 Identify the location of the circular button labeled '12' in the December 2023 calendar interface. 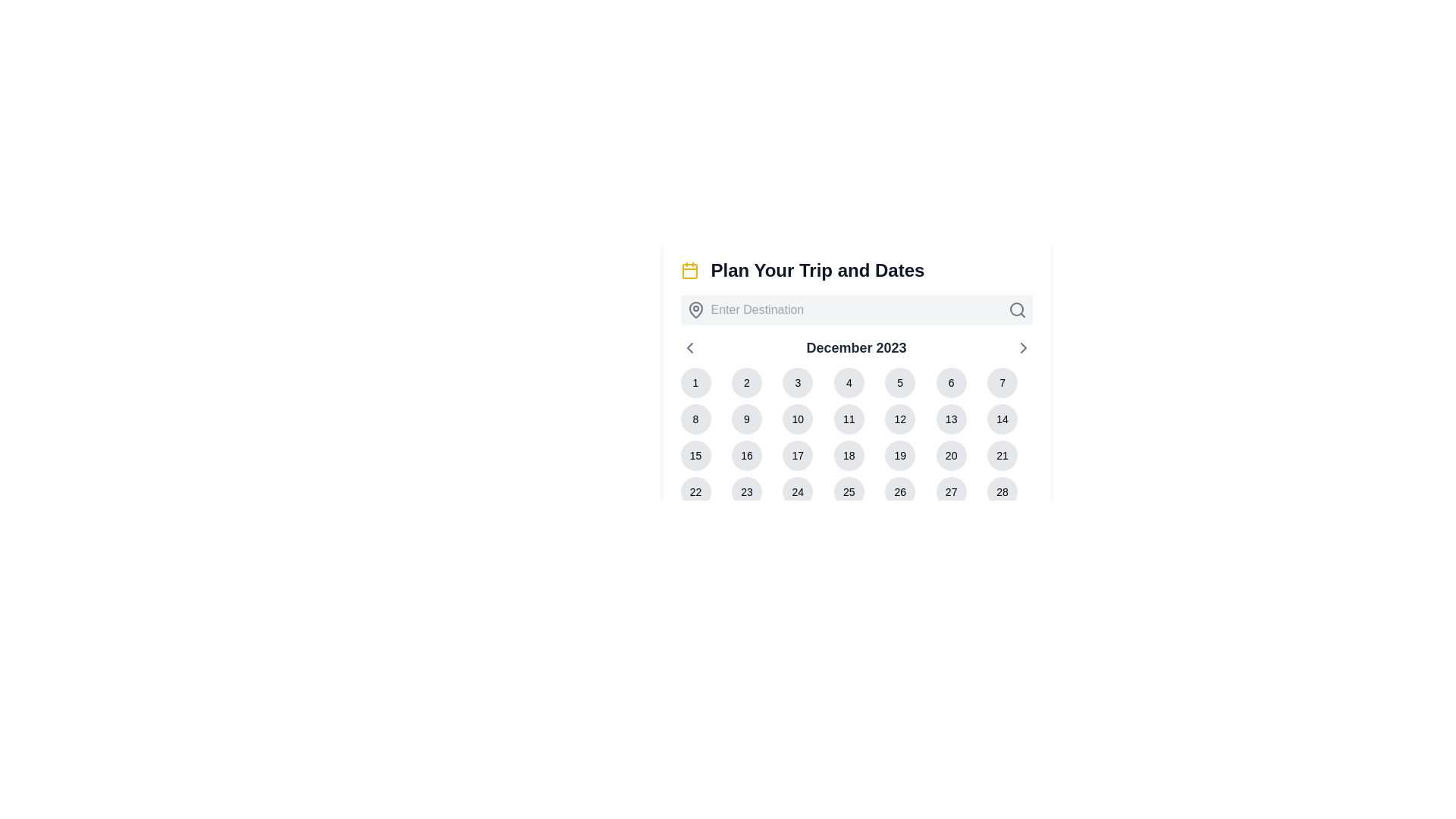
(900, 419).